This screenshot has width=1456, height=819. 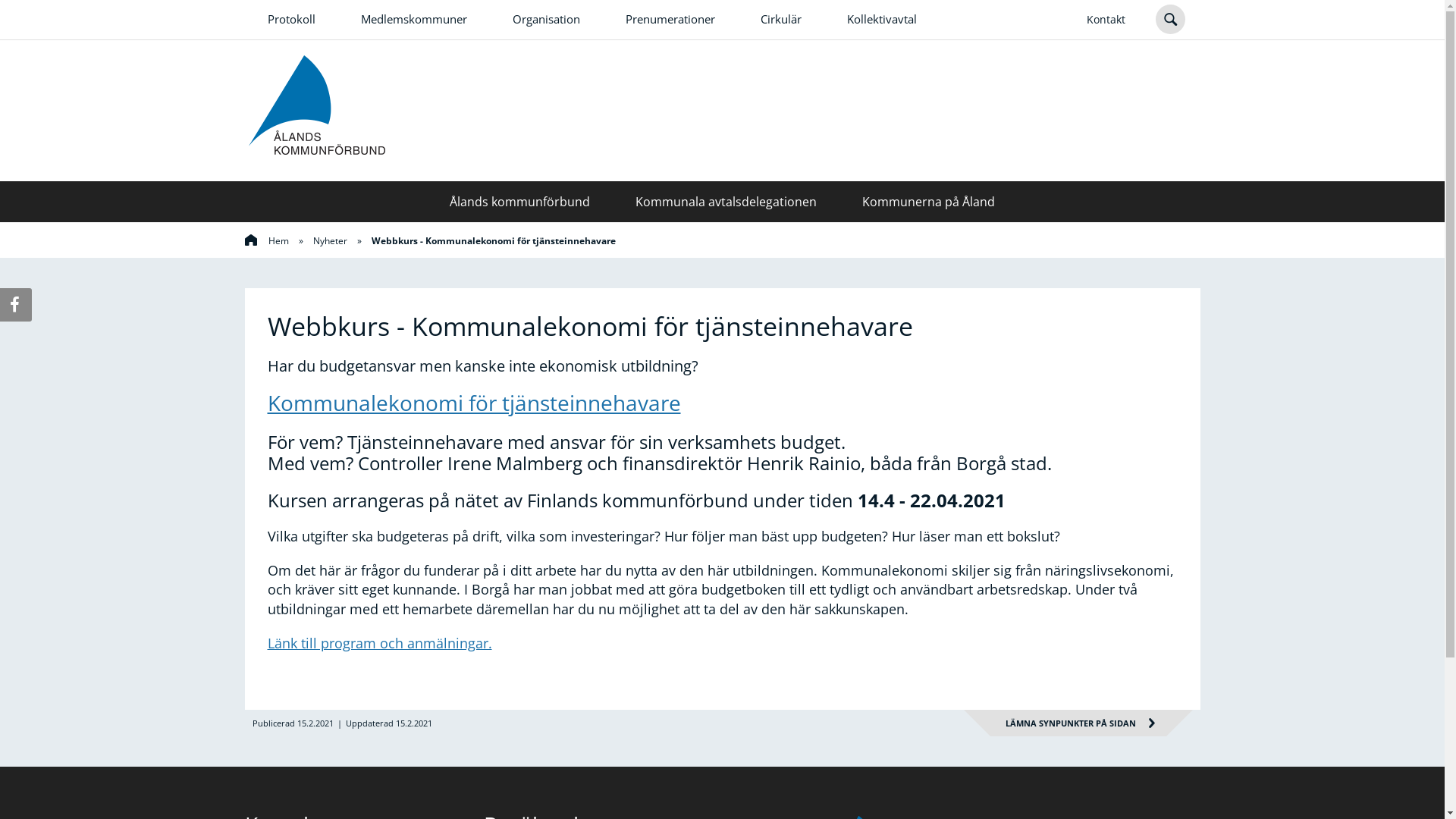 What do you see at coordinates (290, 20) in the screenshot?
I see `'Protokoll'` at bounding box center [290, 20].